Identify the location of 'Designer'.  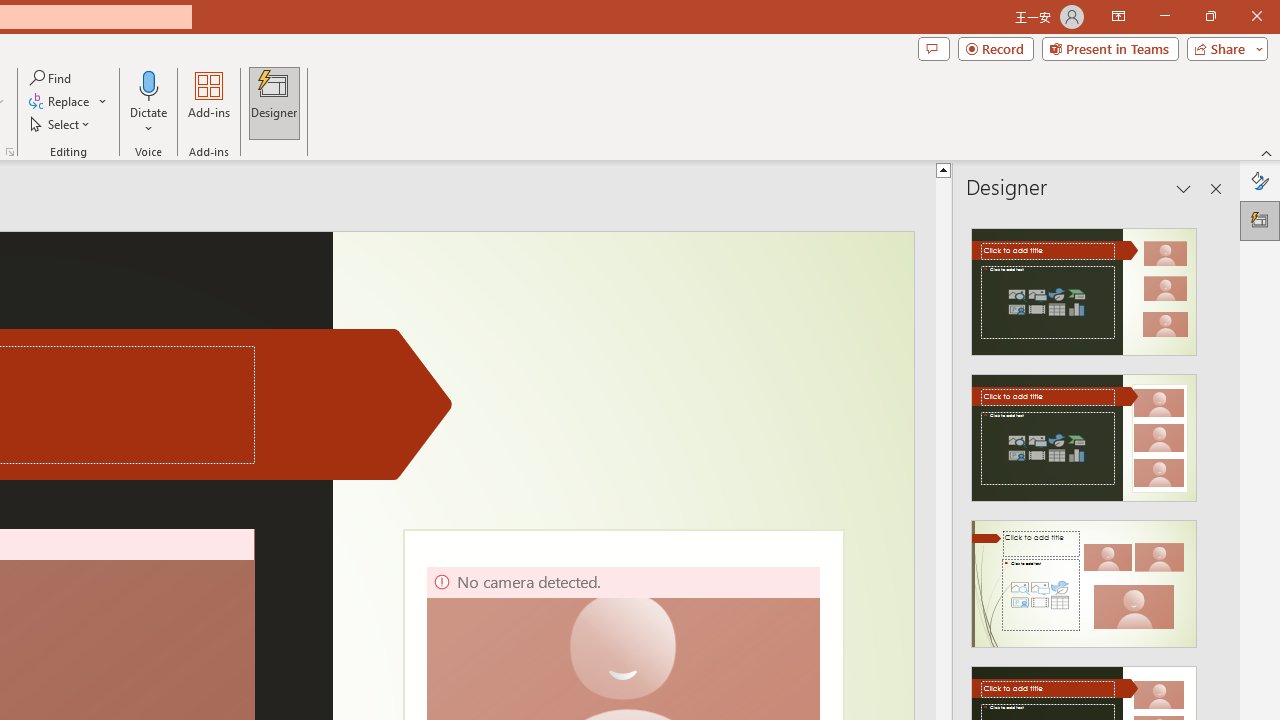
(273, 103).